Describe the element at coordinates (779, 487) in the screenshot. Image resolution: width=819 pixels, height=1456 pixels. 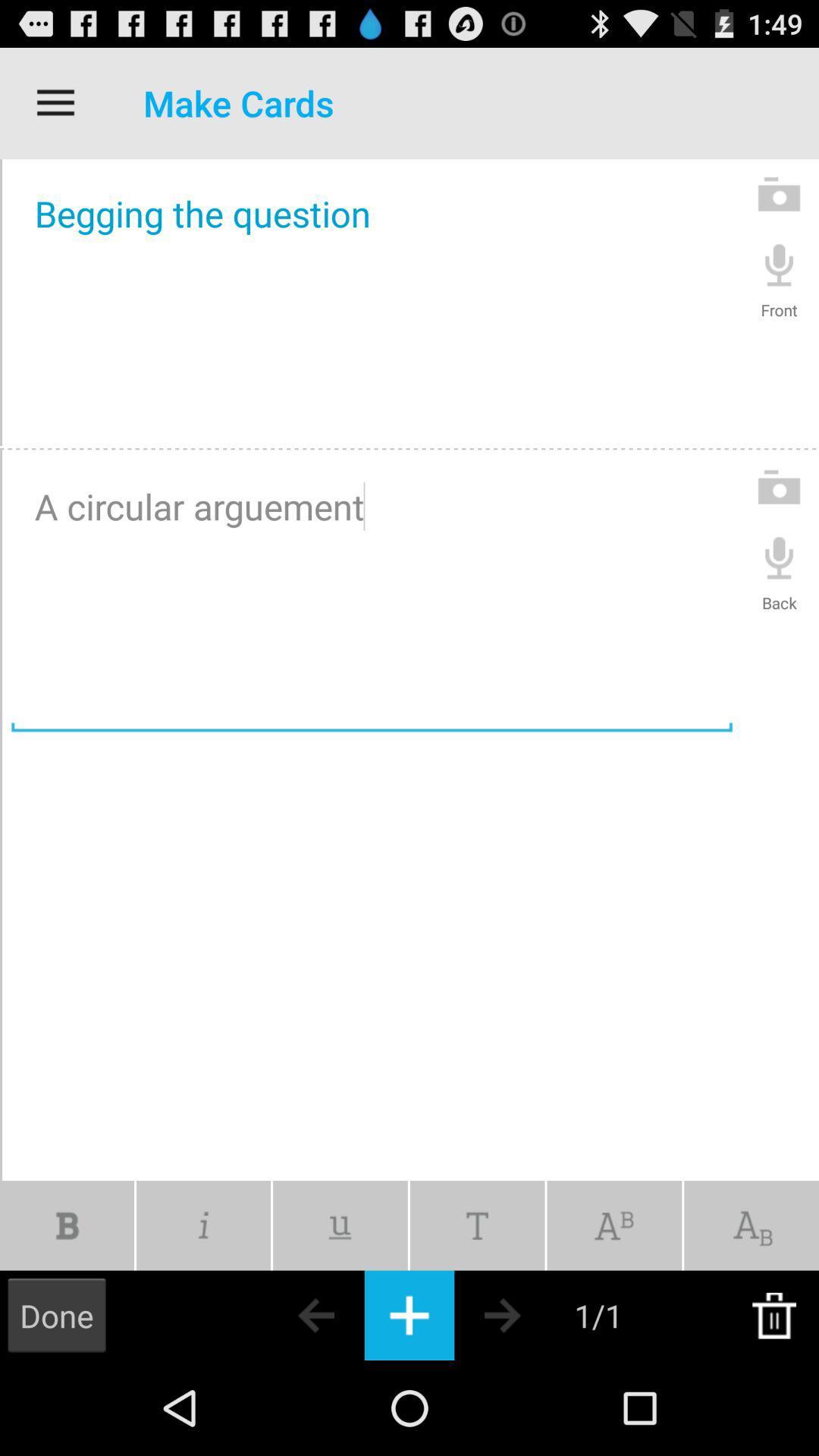
I see `photo` at that location.